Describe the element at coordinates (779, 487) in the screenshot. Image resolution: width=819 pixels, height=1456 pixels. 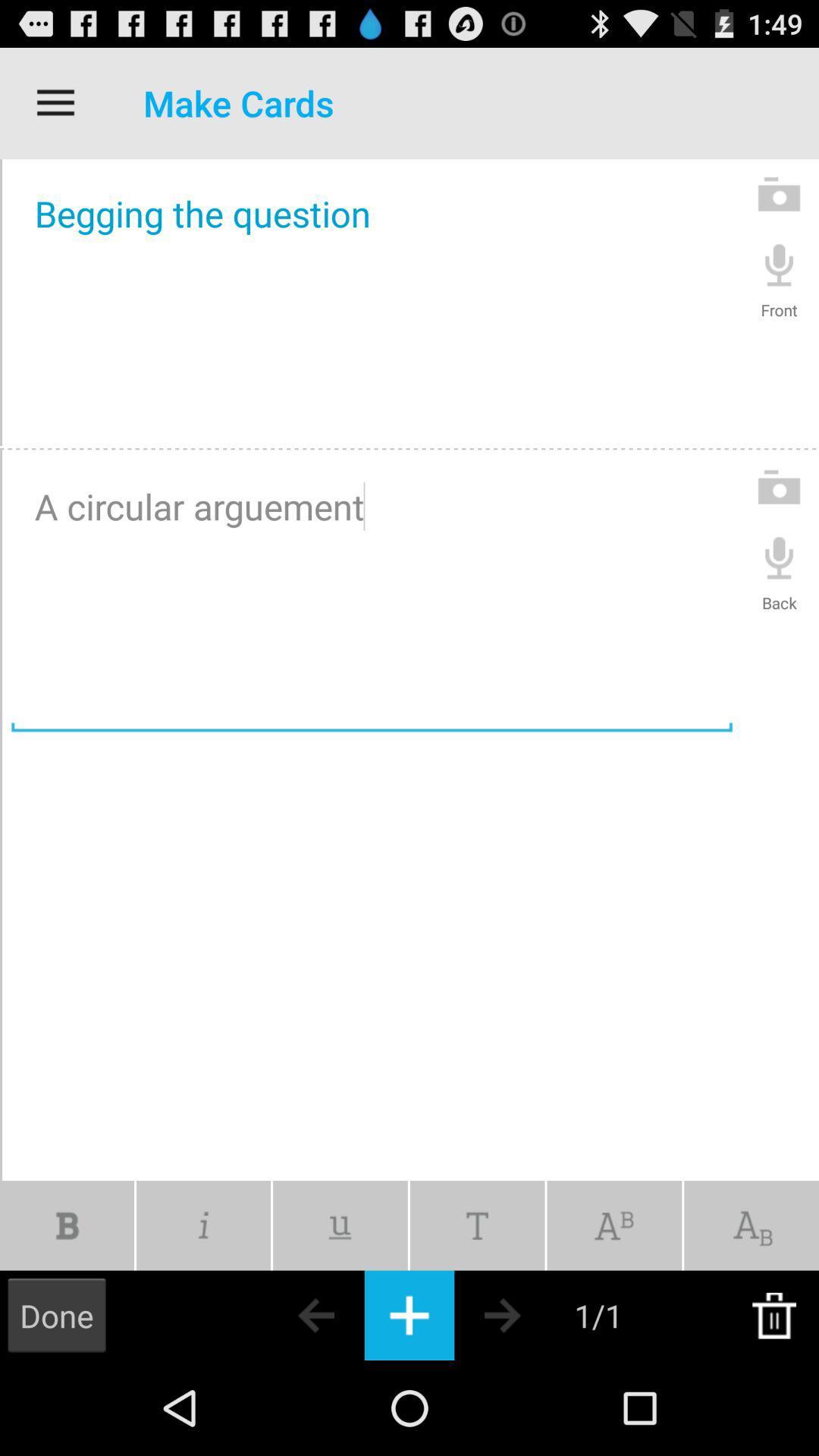
I see `photo` at that location.